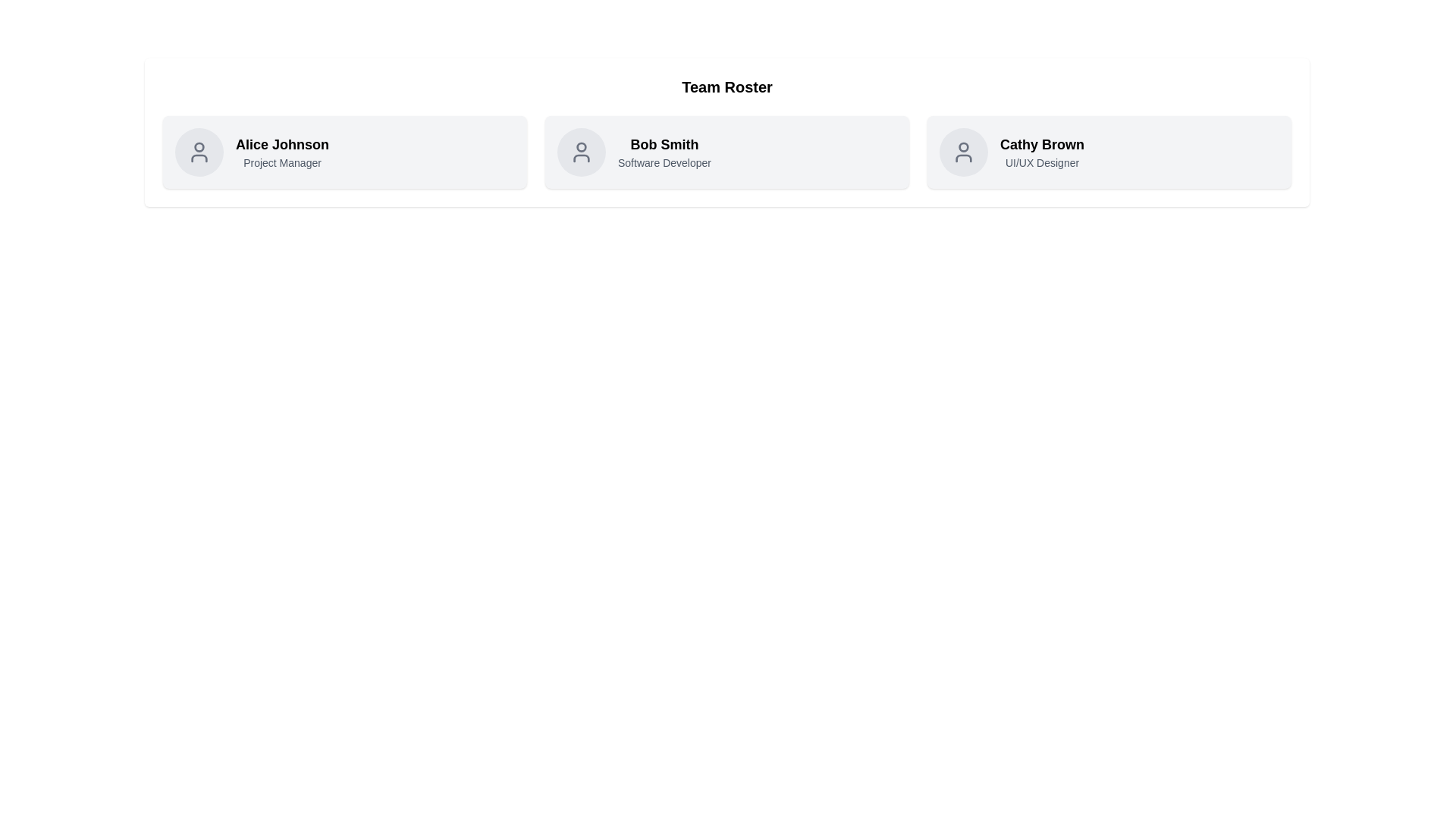 The height and width of the screenshot is (819, 1456). What do you see at coordinates (344, 152) in the screenshot?
I see `name and job title information from the profile card component, which is the first card in a 3-column grid layout` at bounding box center [344, 152].